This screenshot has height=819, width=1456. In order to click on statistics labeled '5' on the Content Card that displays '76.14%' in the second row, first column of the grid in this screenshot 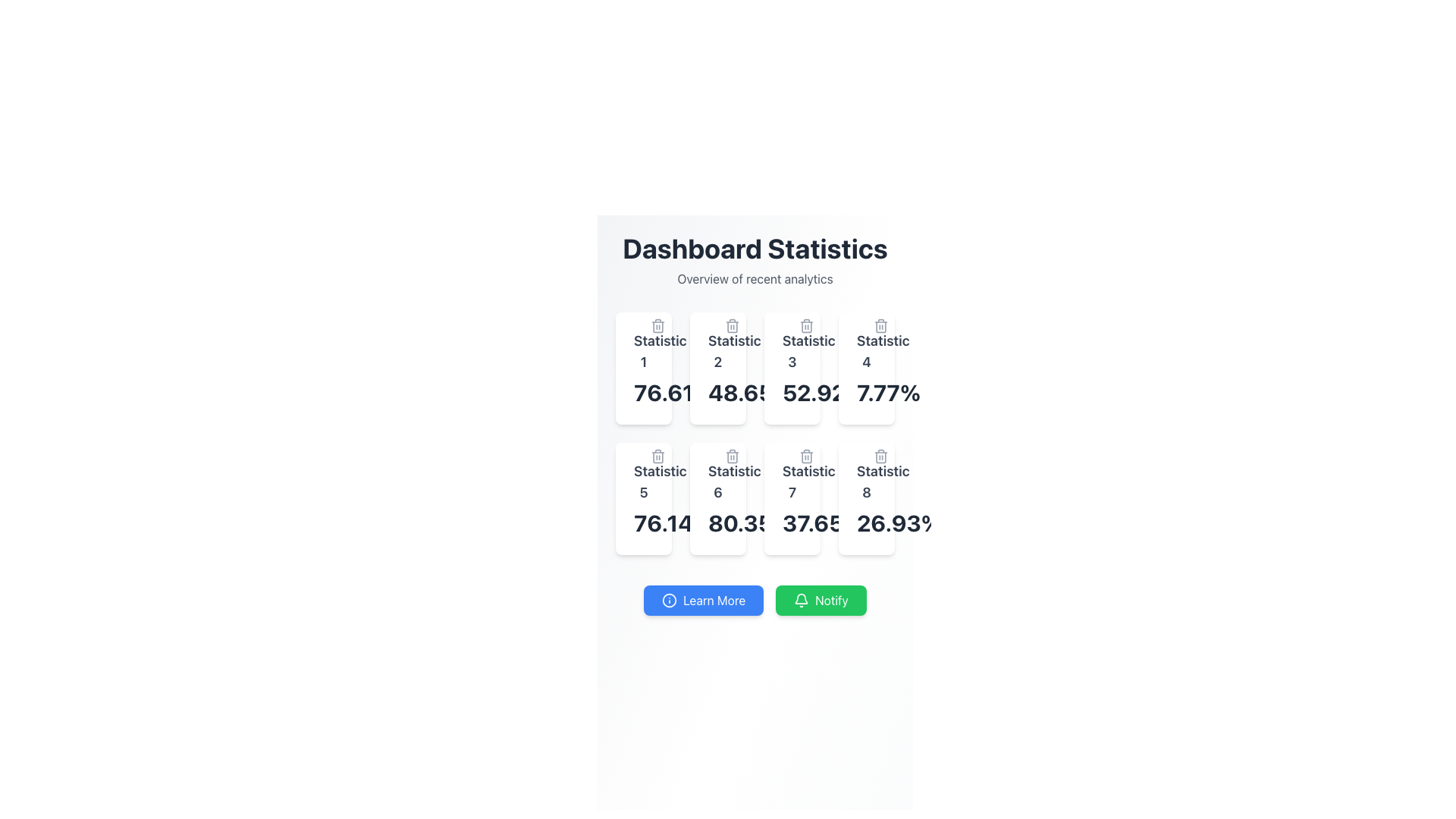, I will do `click(644, 499)`.